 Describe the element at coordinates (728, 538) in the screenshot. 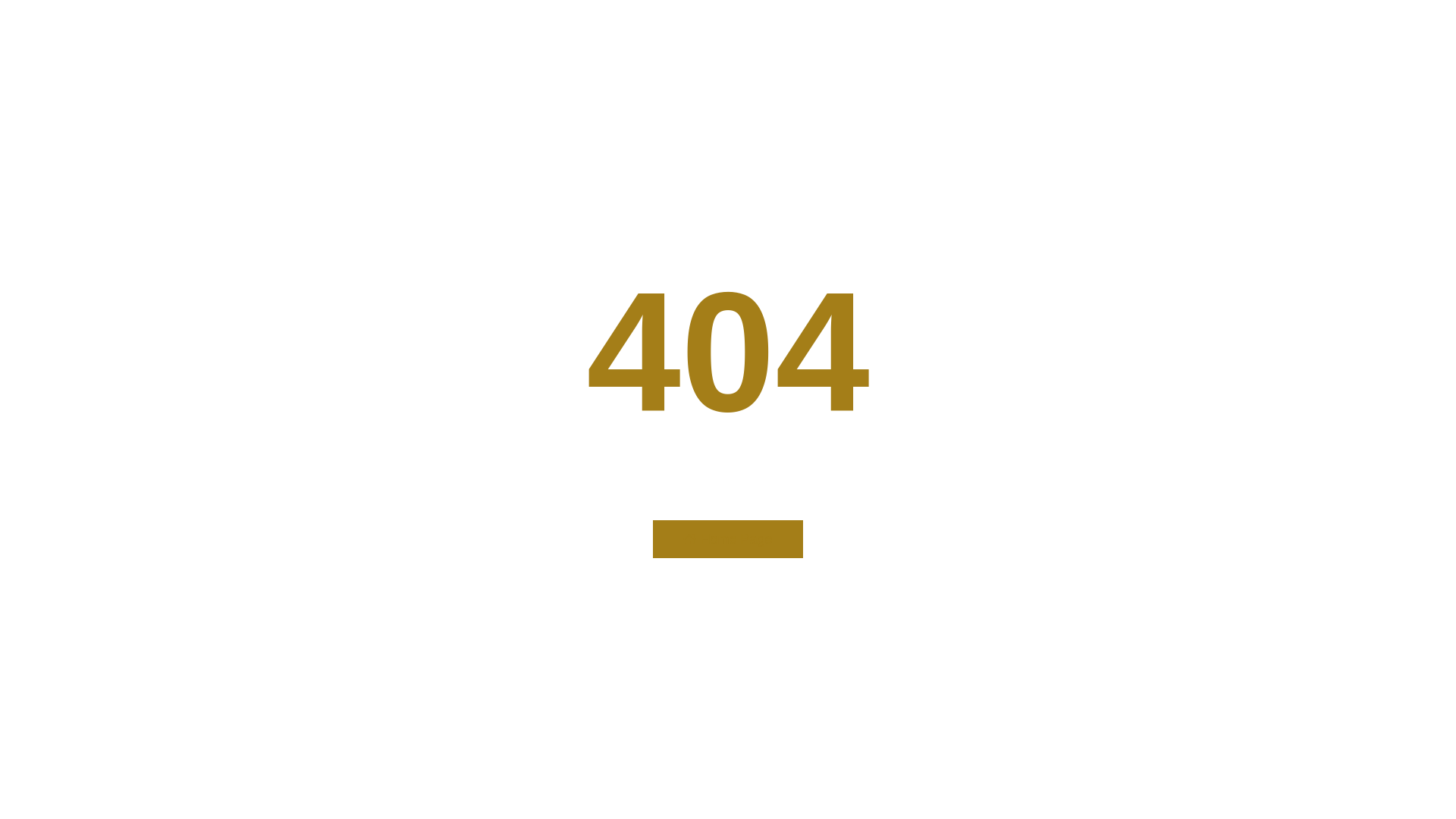

I see `'Home Page'` at that location.